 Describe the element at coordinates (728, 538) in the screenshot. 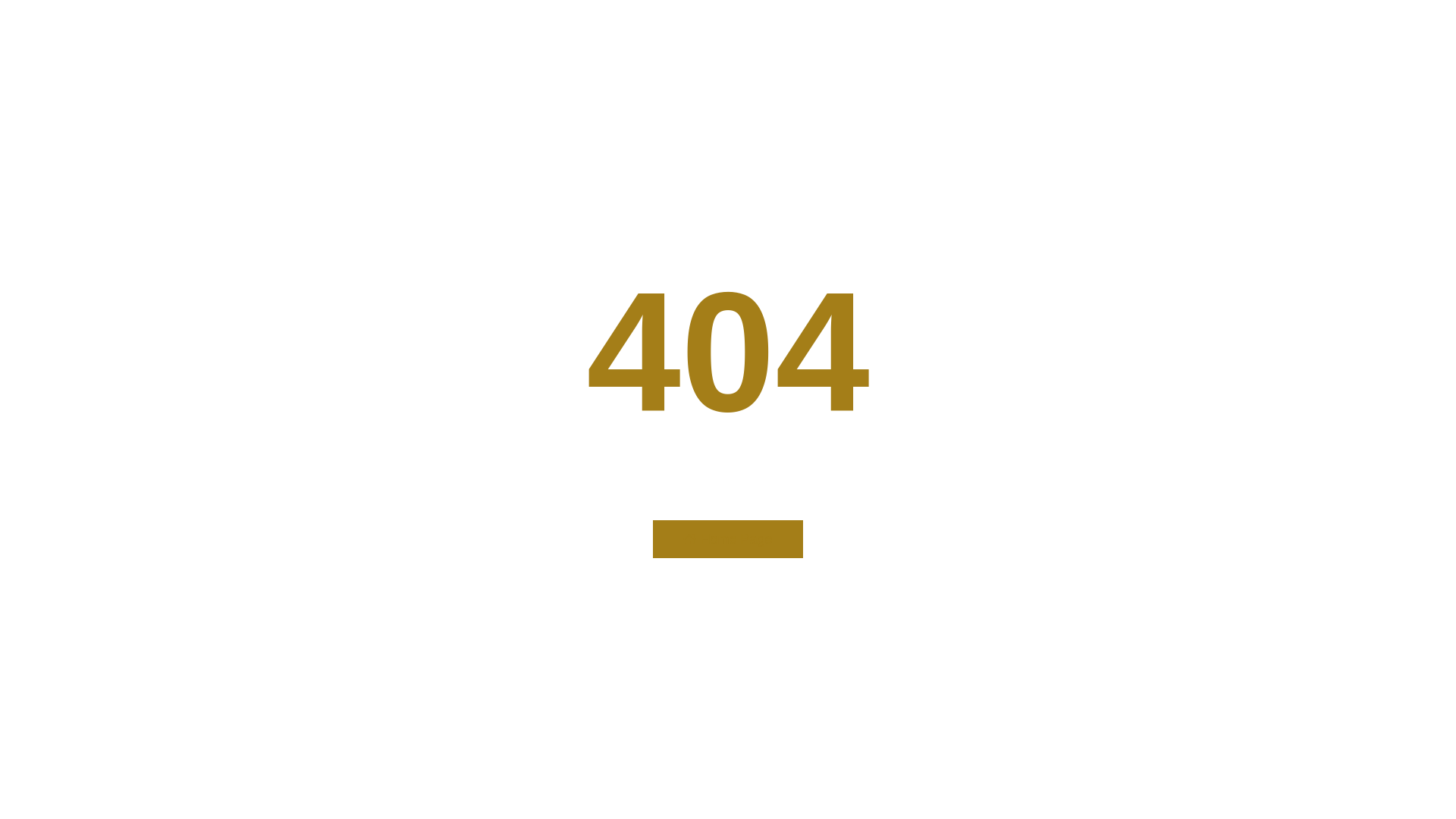

I see `'Home Page'` at that location.